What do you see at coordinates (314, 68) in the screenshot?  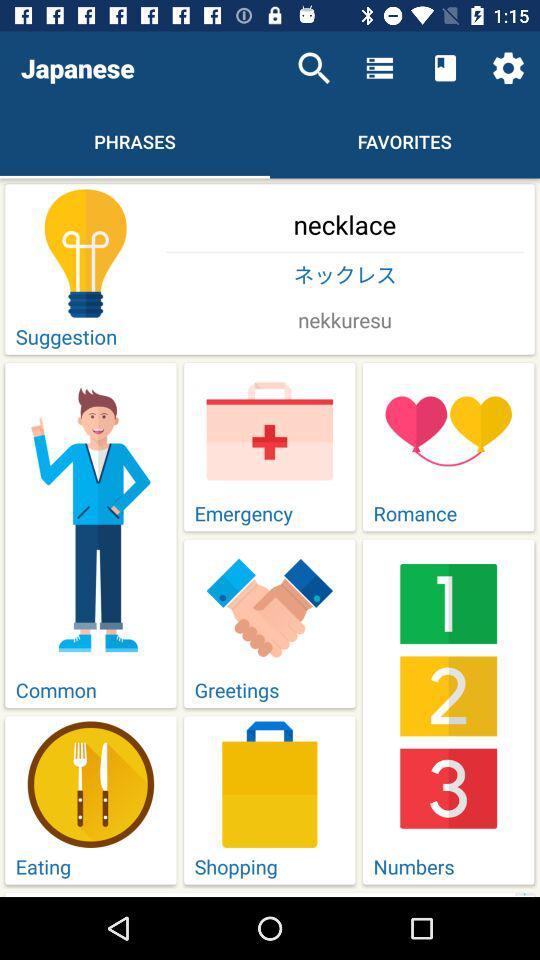 I see `icon next to the japanese icon` at bounding box center [314, 68].